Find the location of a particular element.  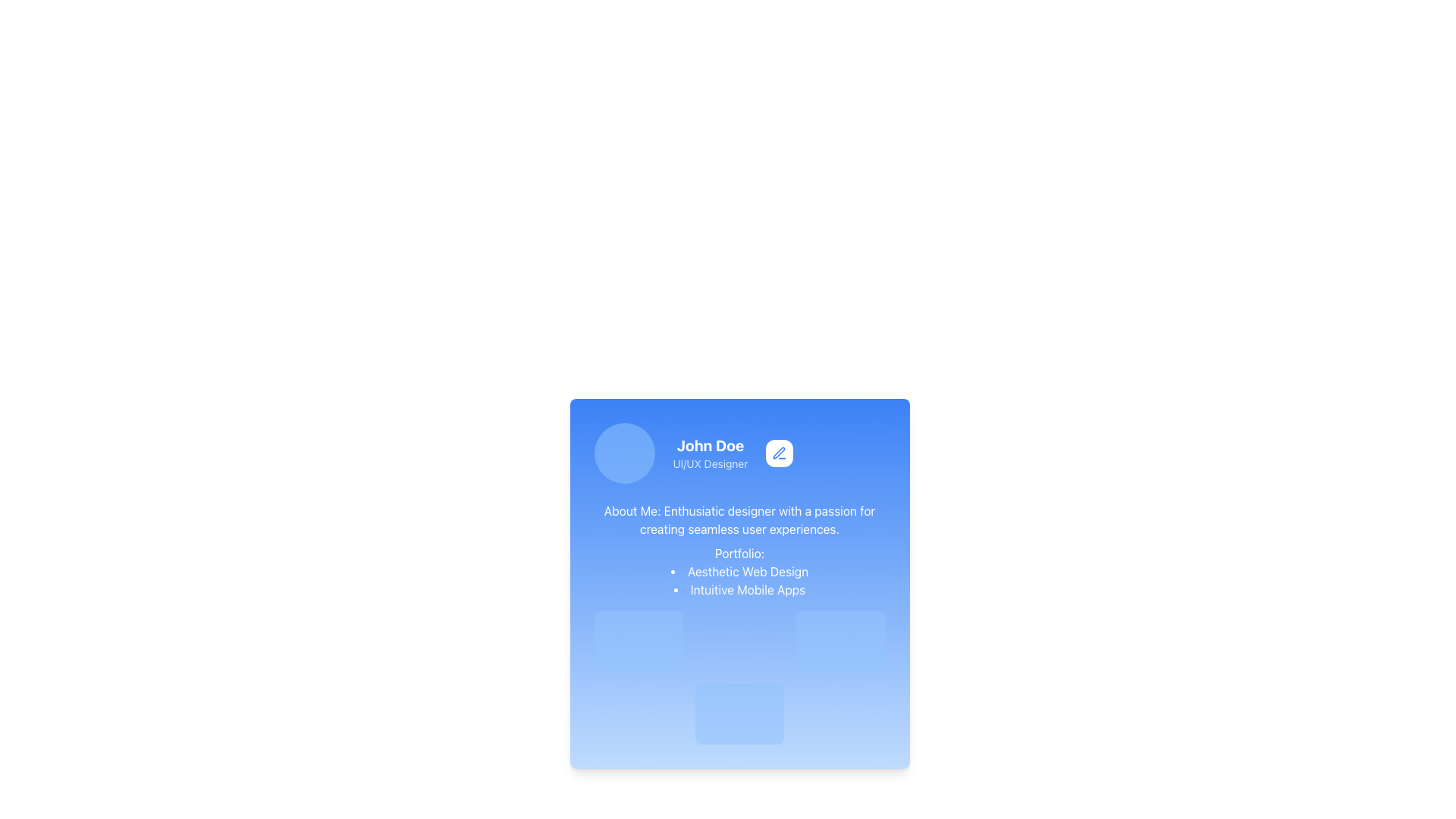

the Text Block element displaying the name 'John Doe' and the title 'UI/UX Designer' on a blue background, positioned between a circular image and a pen icon is located at coordinates (709, 452).